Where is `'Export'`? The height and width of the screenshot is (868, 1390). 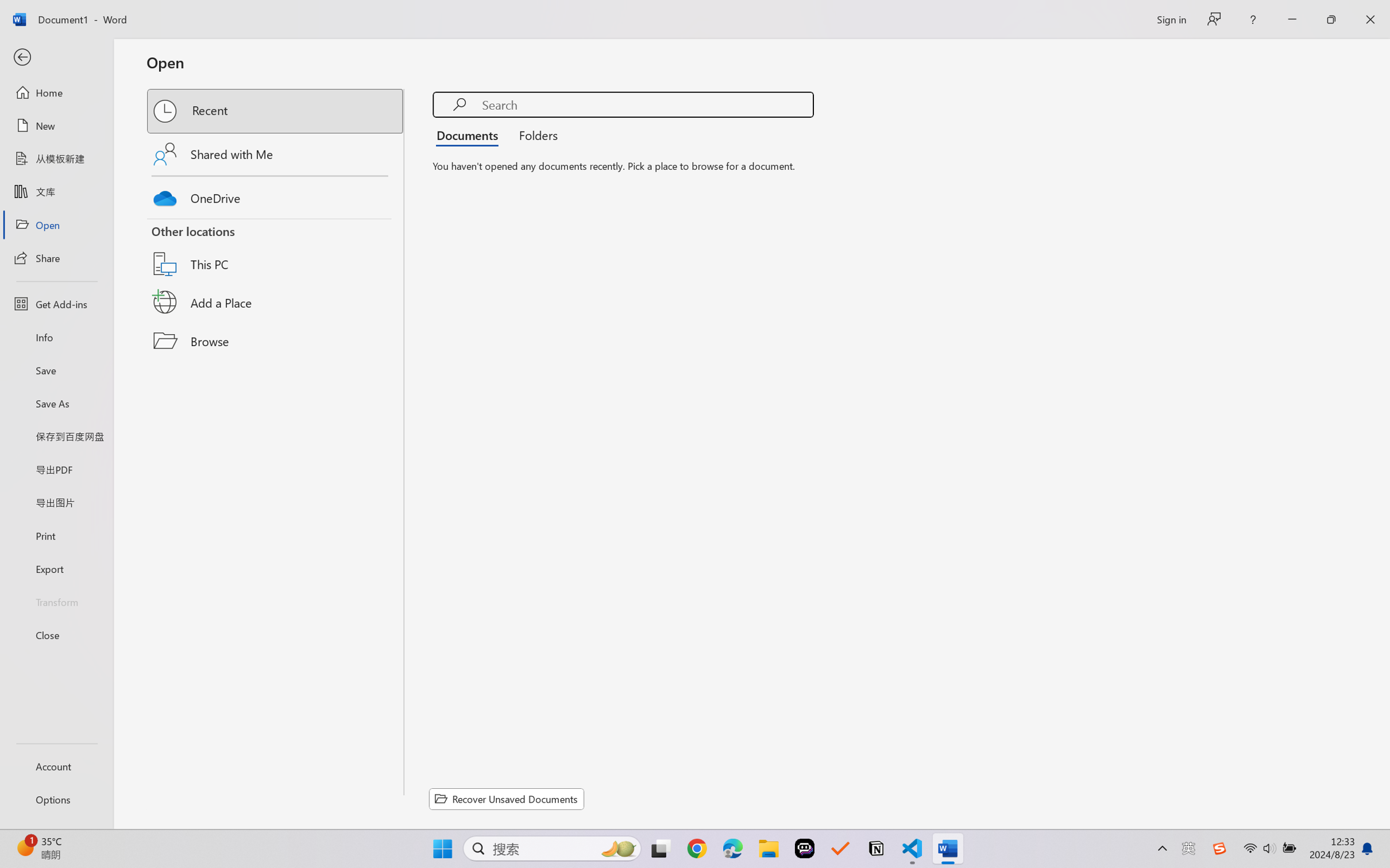 'Export' is located at coordinates (56, 568).